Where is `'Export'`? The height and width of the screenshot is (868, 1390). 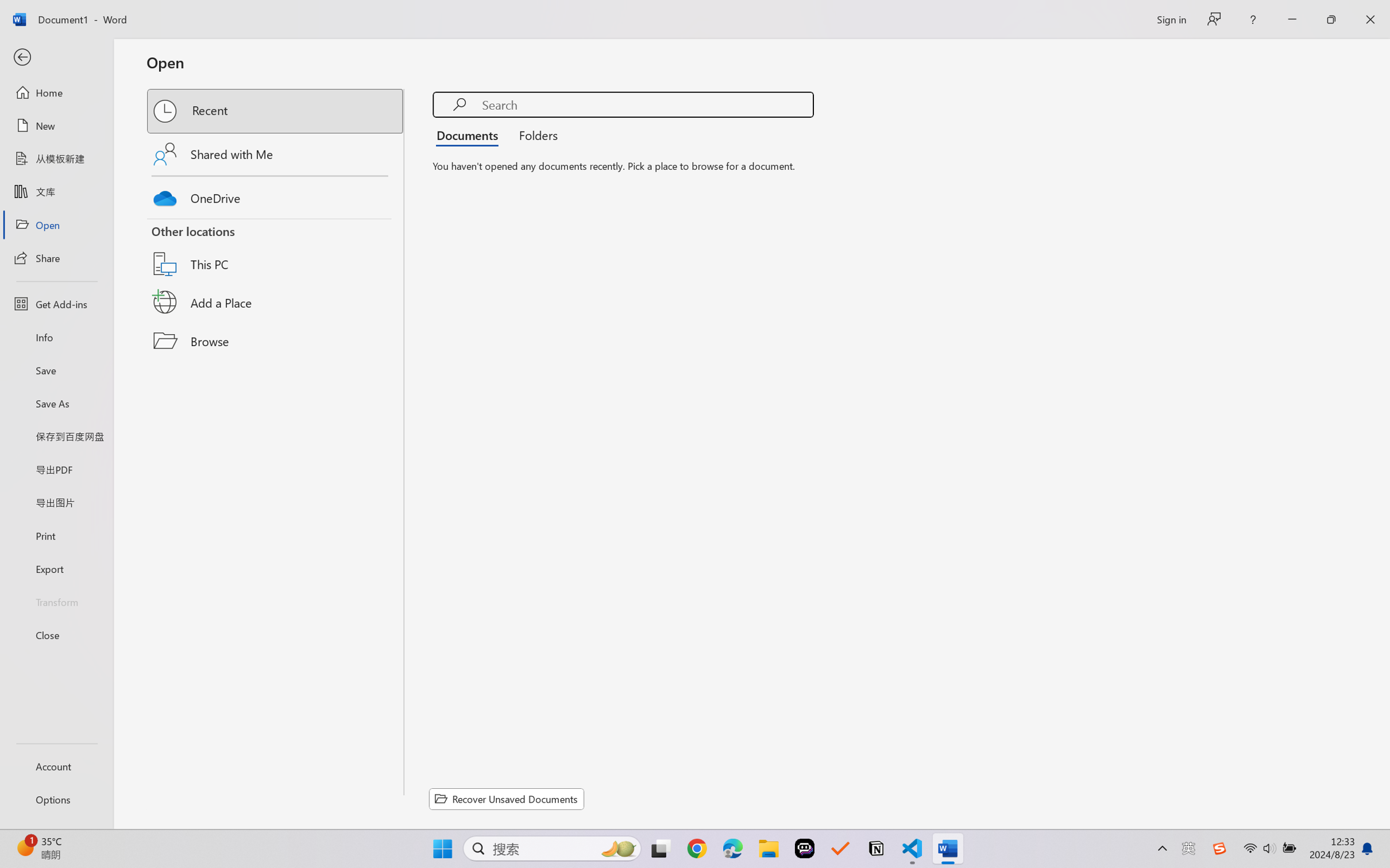 'Export' is located at coordinates (56, 568).